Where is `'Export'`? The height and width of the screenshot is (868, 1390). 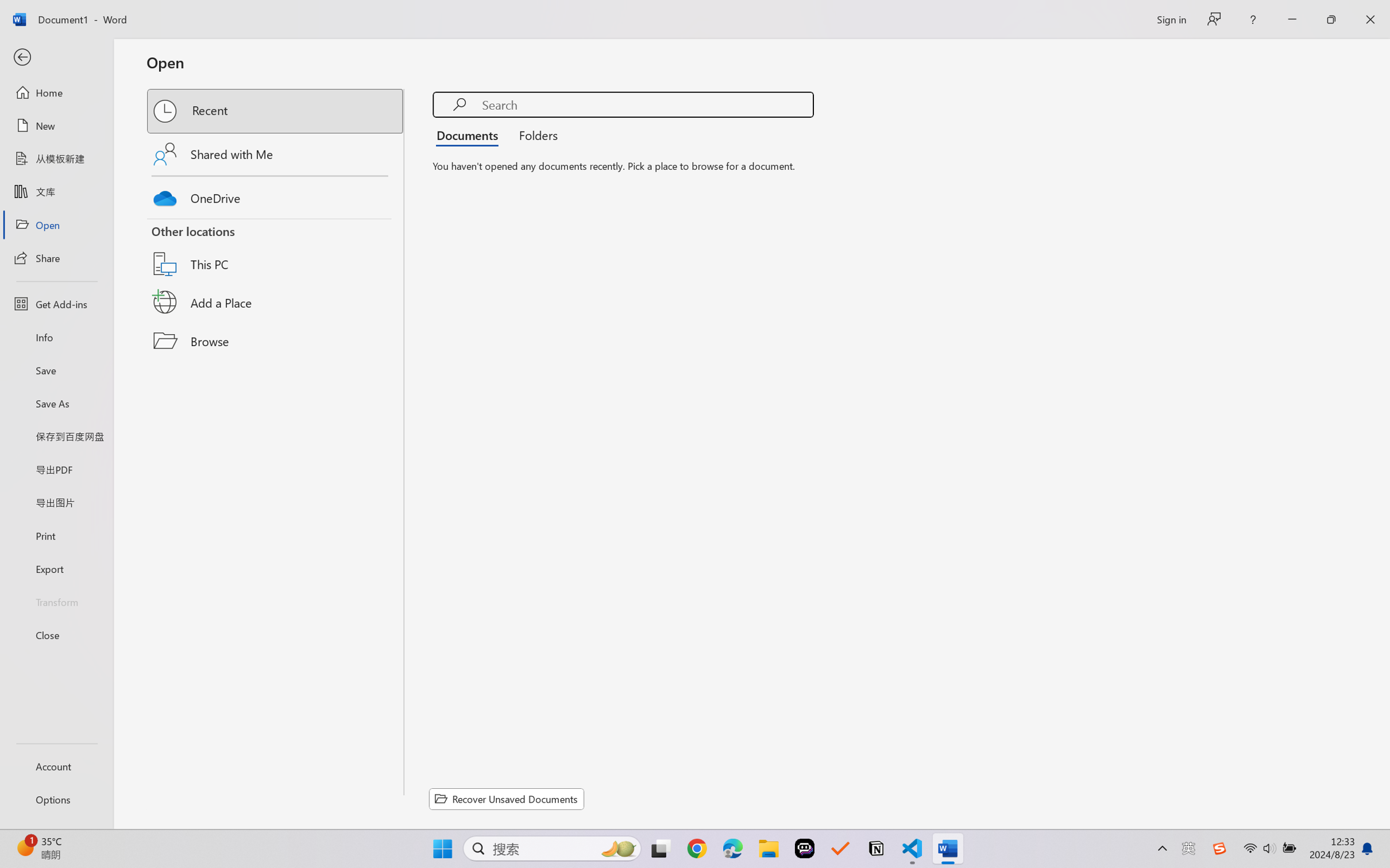 'Export' is located at coordinates (56, 568).